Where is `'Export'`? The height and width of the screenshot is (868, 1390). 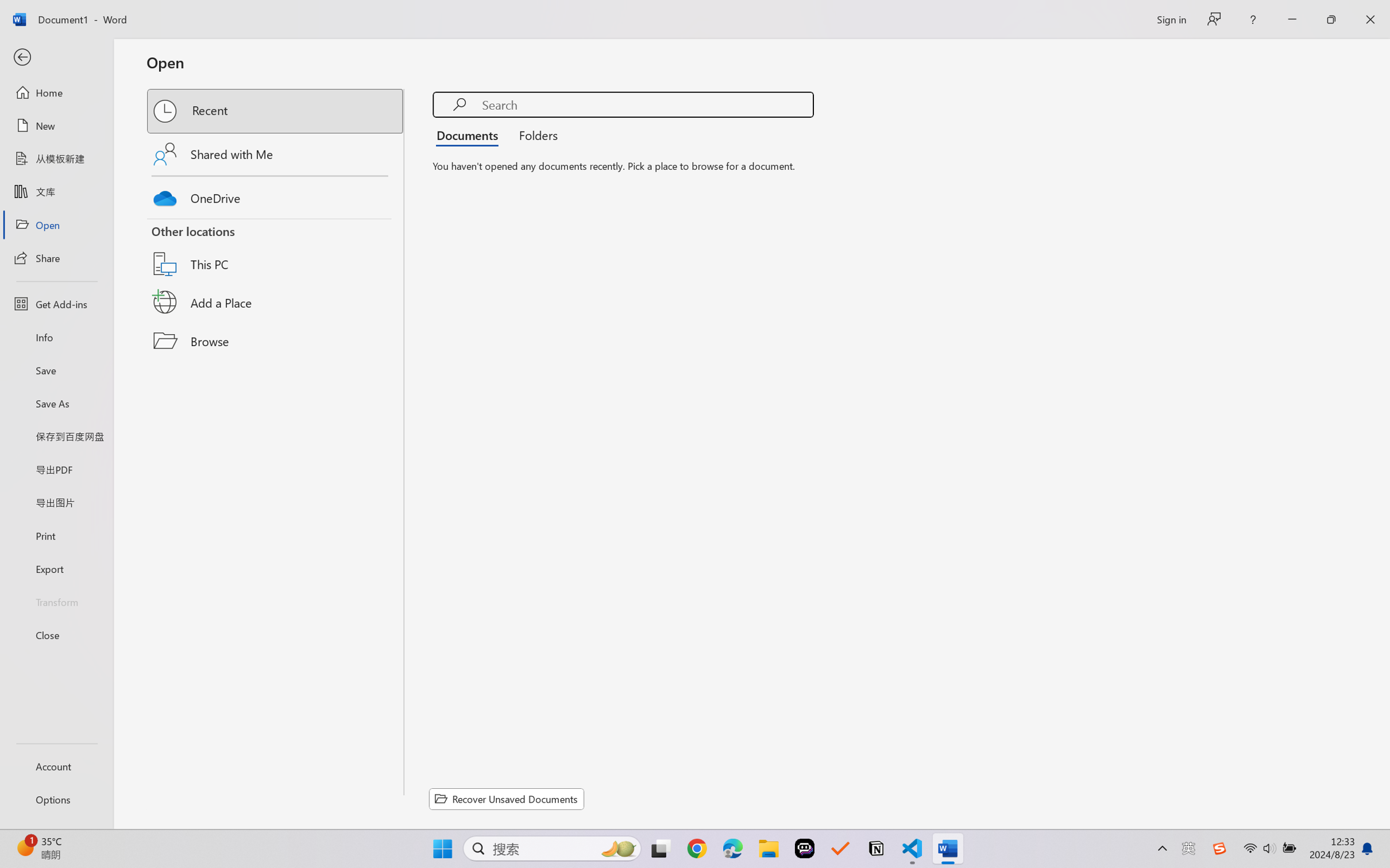 'Export' is located at coordinates (56, 568).